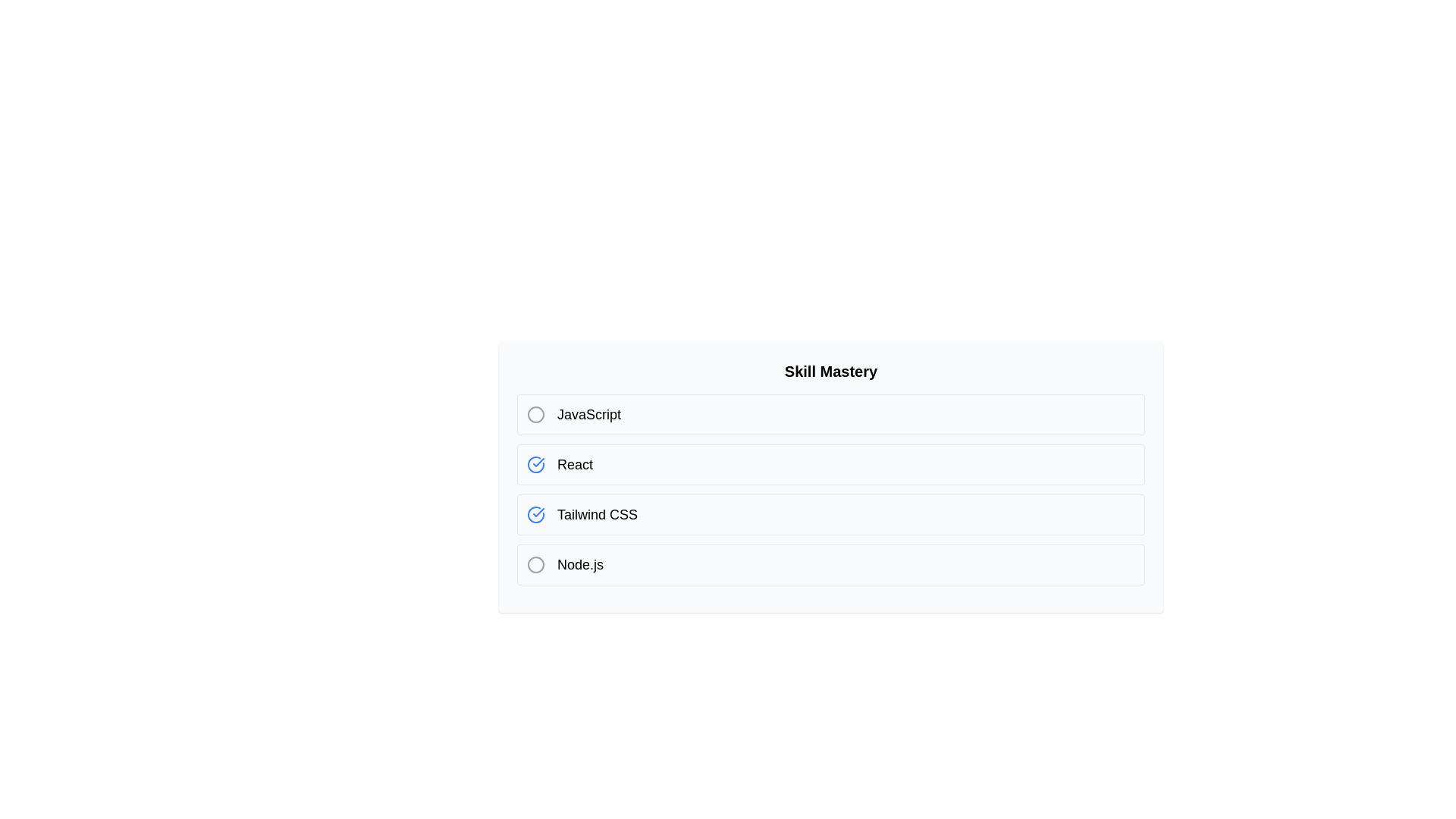 Image resolution: width=1456 pixels, height=819 pixels. What do you see at coordinates (830, 513) in the screenshot?
I see `the skill list item Tailwind CSS to observe the hover effect` at bounding box center [830, 513].